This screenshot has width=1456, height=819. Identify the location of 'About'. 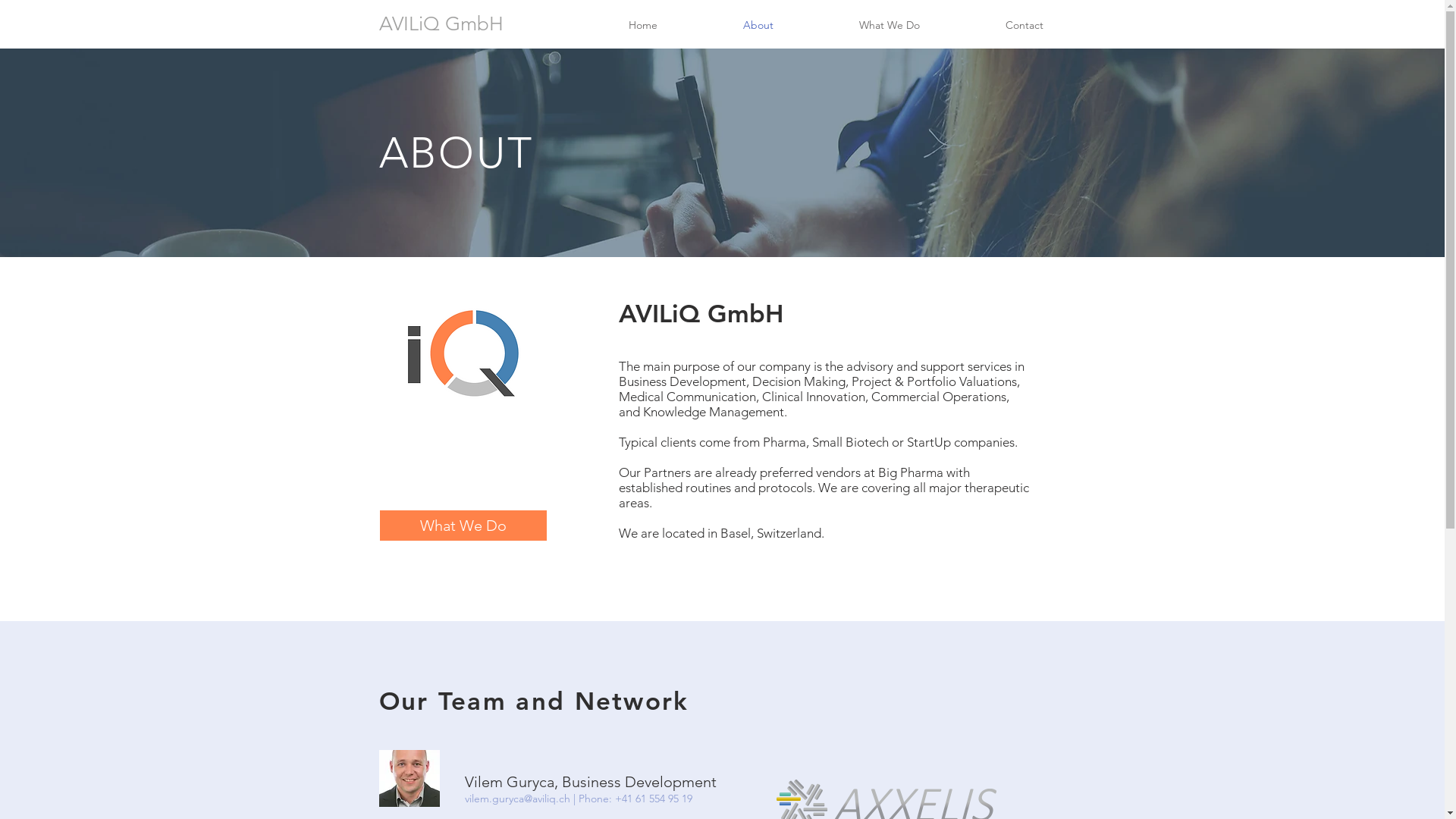
(700, 25).